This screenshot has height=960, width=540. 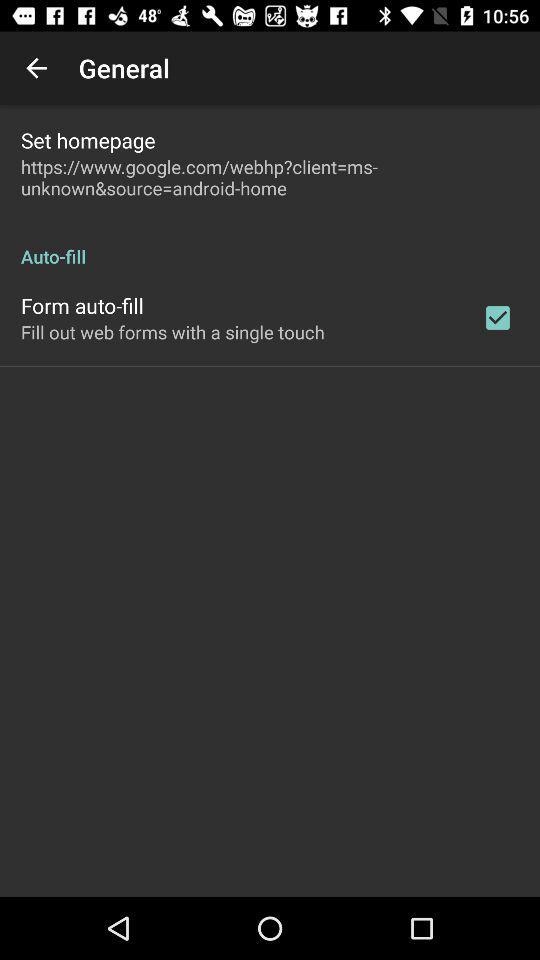 What do you see at coordinates (270, 176) in the screenshot?
I see `item below the set homepage item` at bounding box center [270, 176].